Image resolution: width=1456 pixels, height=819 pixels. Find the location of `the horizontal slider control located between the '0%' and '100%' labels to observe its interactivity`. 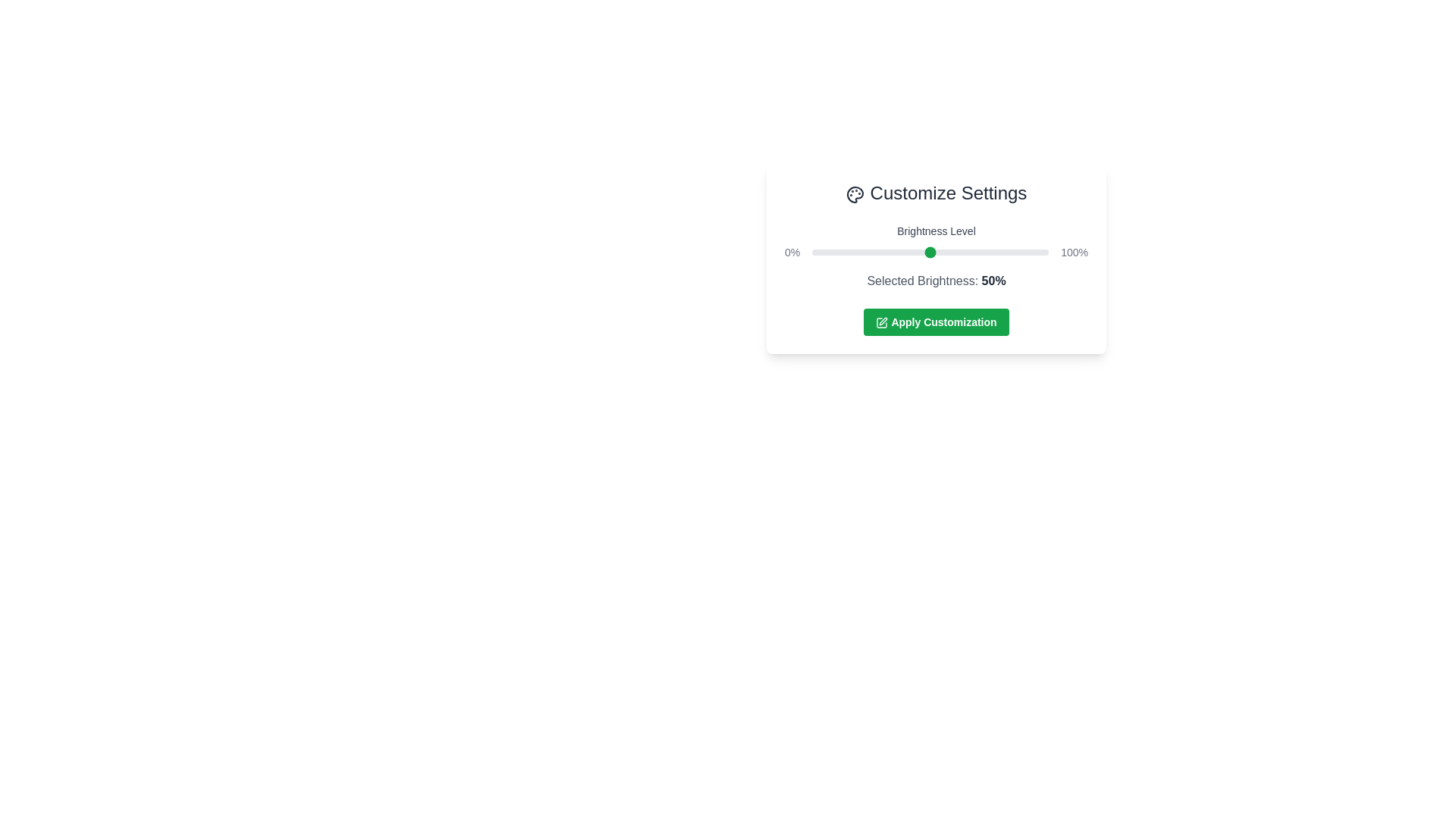

the horizontal slider control located between the '0%' and '100%' labels to observe its interactivity is located at coordinates (930, 251).